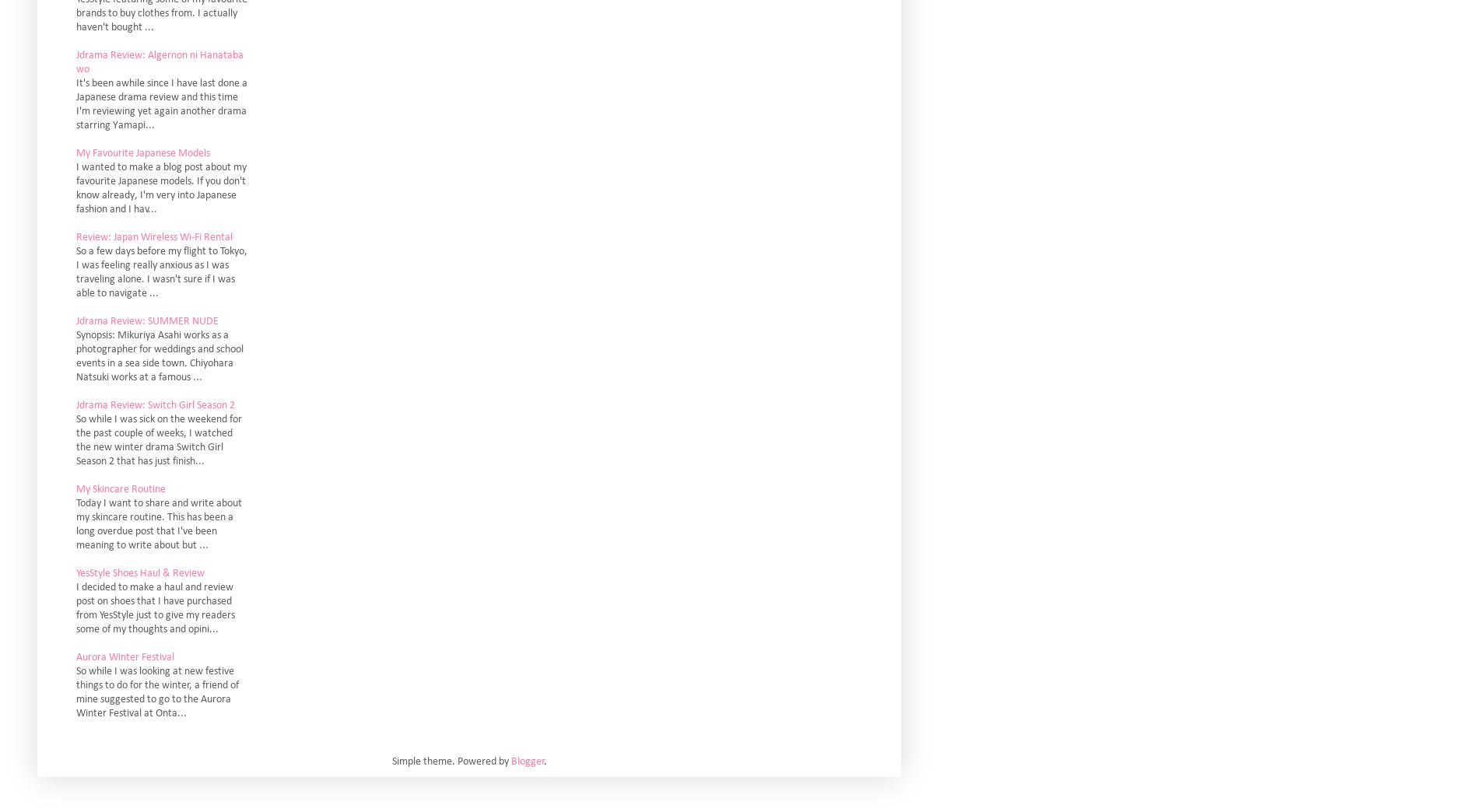  Describe the element at coordinates (159, 355) in the screenshot. I see `'Synopsis:  Mikuriya Asahi works as a photographer for weddings and school events in a sea side town. Chiyohara Natsuki works at a famous ...'` at that location.